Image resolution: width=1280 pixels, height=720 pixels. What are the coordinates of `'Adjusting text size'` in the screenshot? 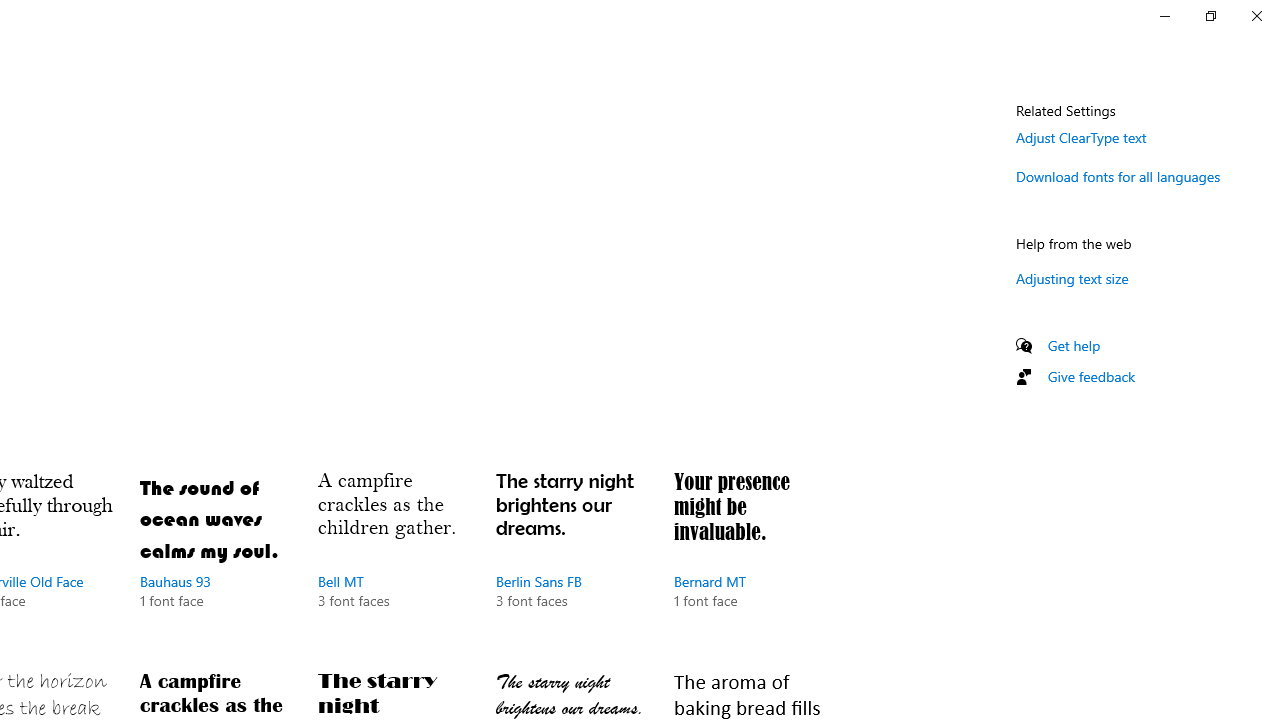 It's located at (1071, 278).